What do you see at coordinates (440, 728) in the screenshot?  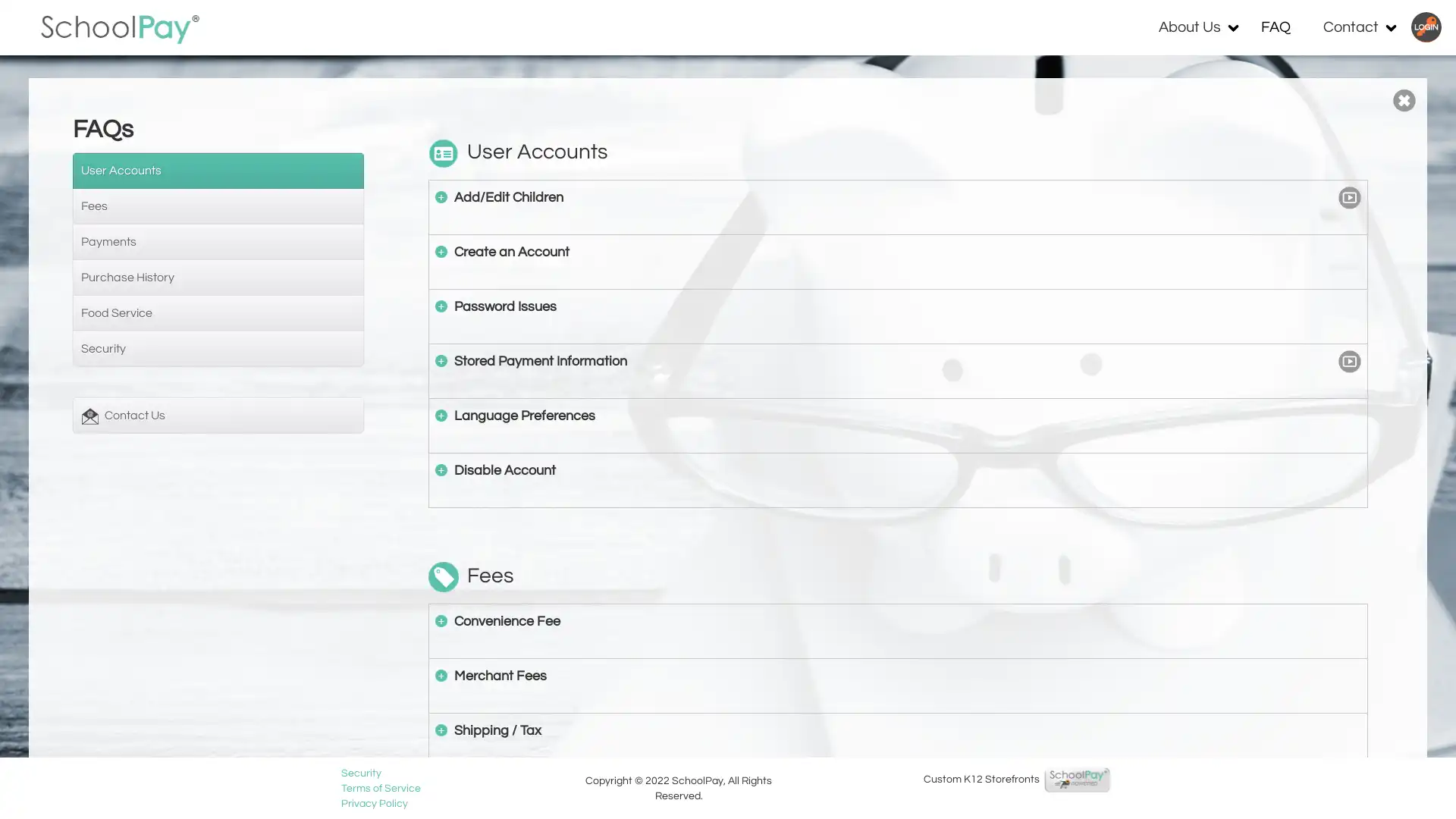 I see `Shipping and Tax` at bounding box center [440, 728].